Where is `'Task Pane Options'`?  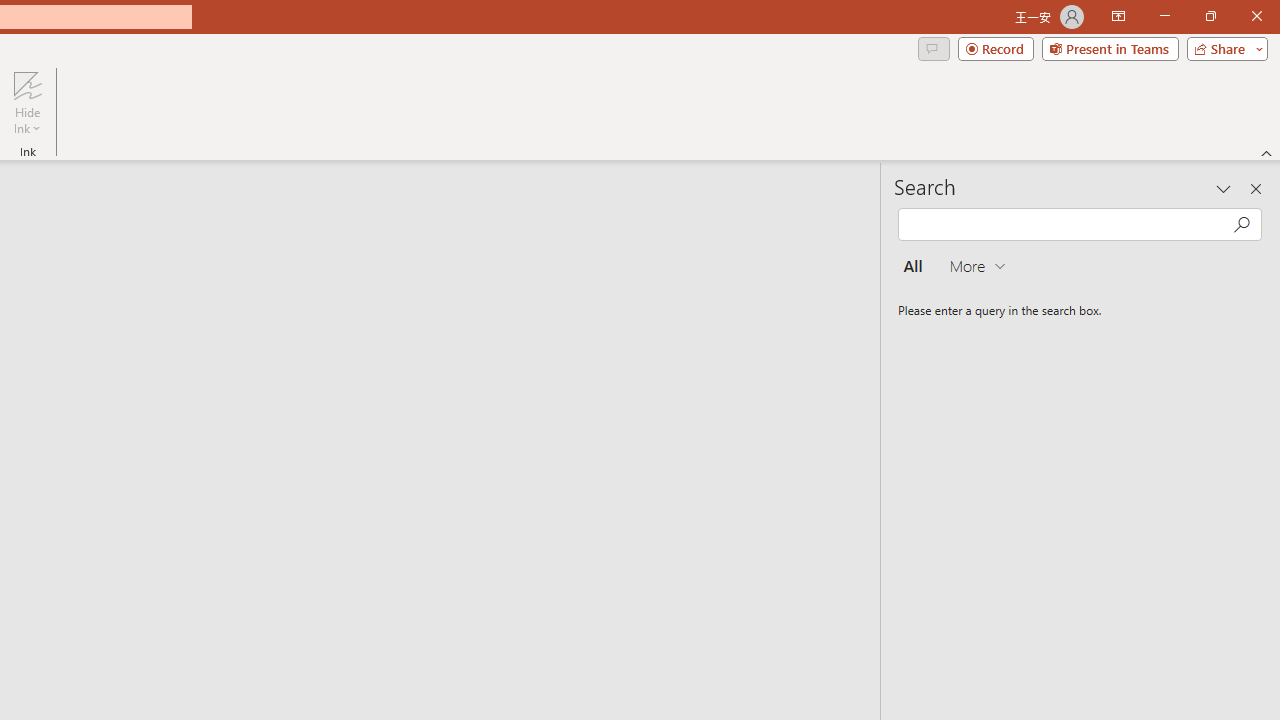
'Task Pane Options' is located at coordinates (1223, 189).